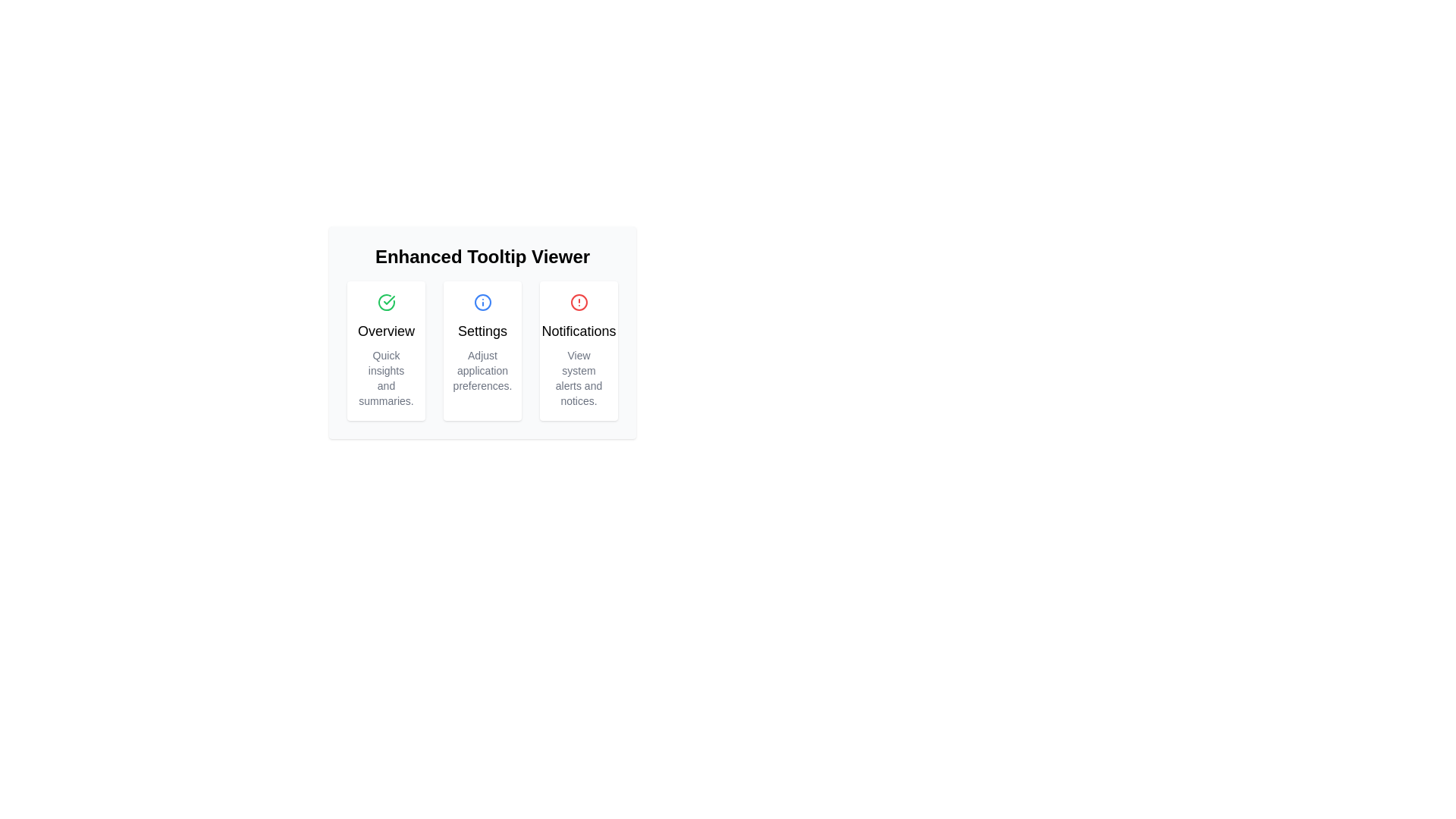 This screenshot has width=1456, height=819. I want to click on the second card in the grid layout under the header 'Enhanced Tooltip Viewer', so click(482, 350).